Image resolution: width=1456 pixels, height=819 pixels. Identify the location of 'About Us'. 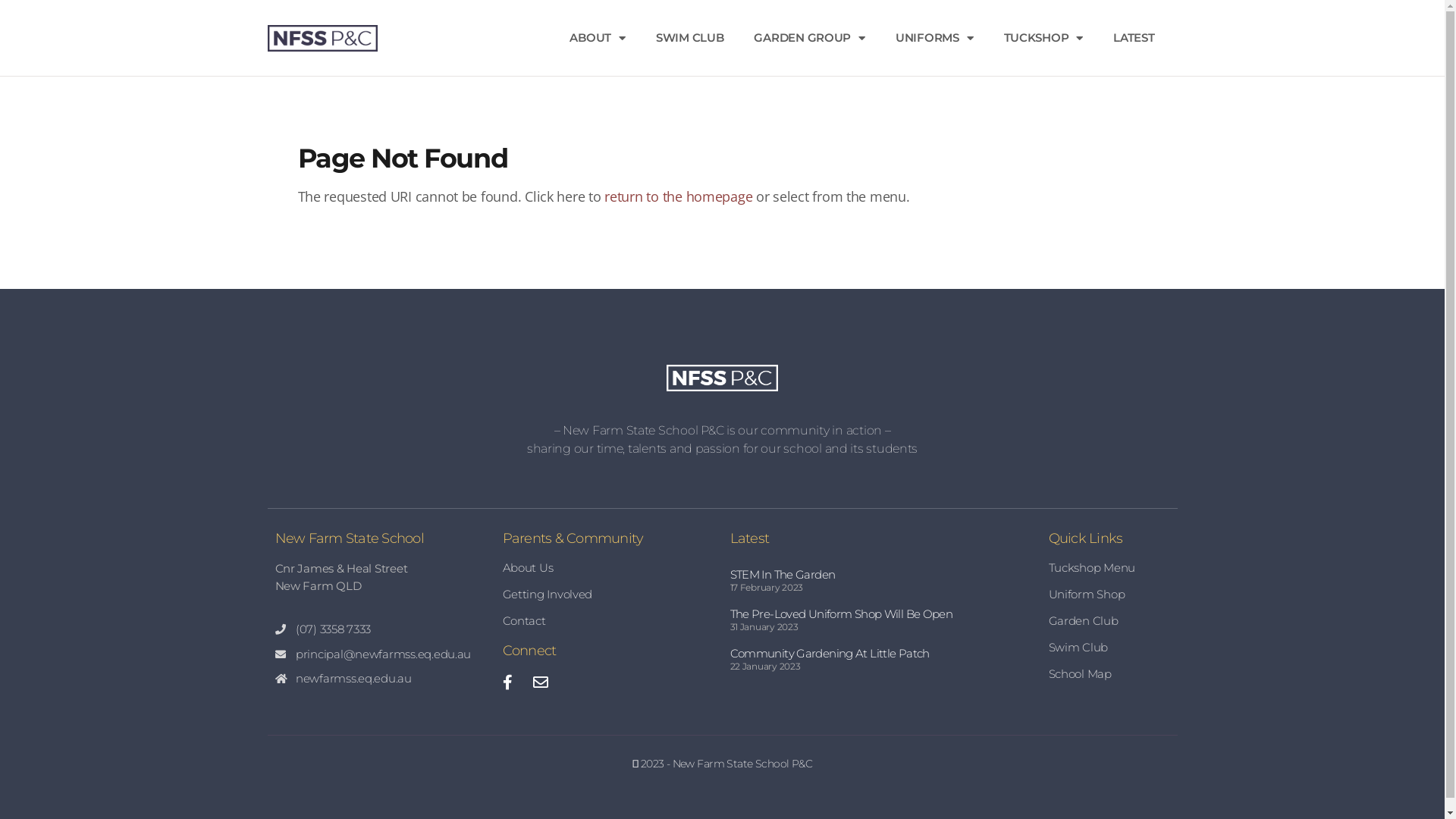
(607, 567).